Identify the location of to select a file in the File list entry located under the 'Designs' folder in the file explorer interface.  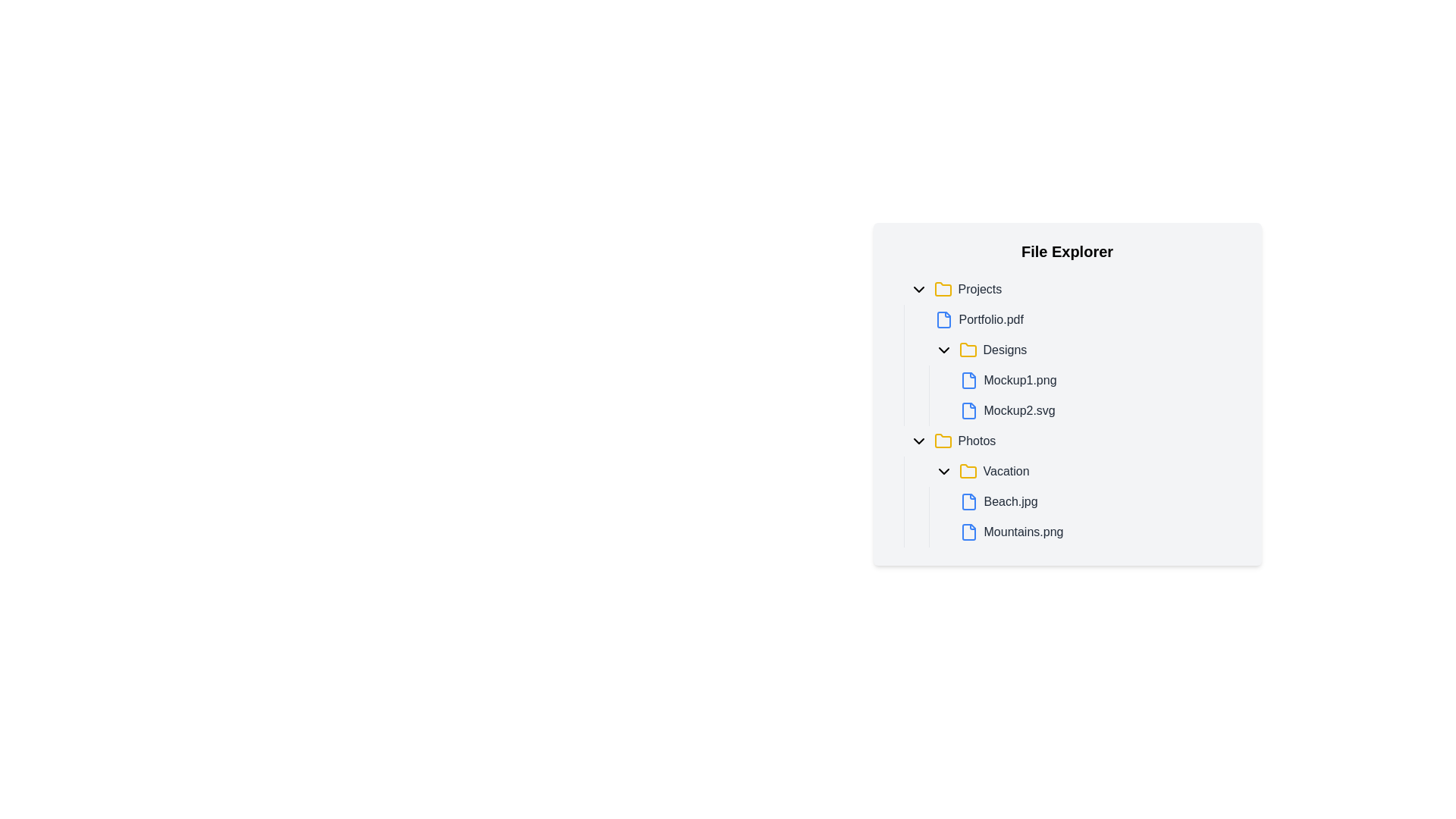
(1084, 394).